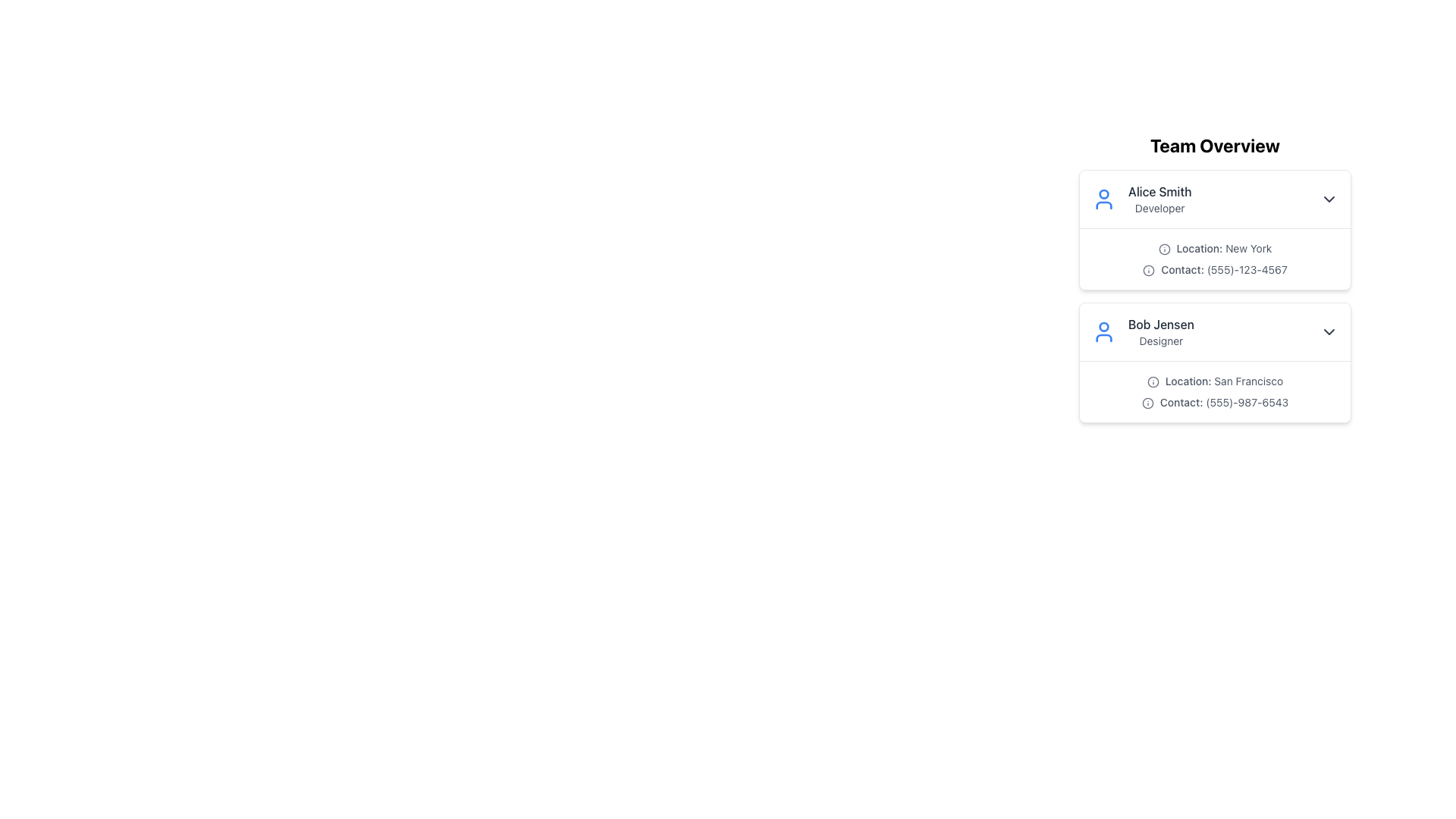  What do you see at coordinates (1215, 278) in the screenshot?
I see `the contact information text for Alice Smith, located below 'Location: New York' and above the horizontal divider, to copy the information` at bounding box center [1215, 278].